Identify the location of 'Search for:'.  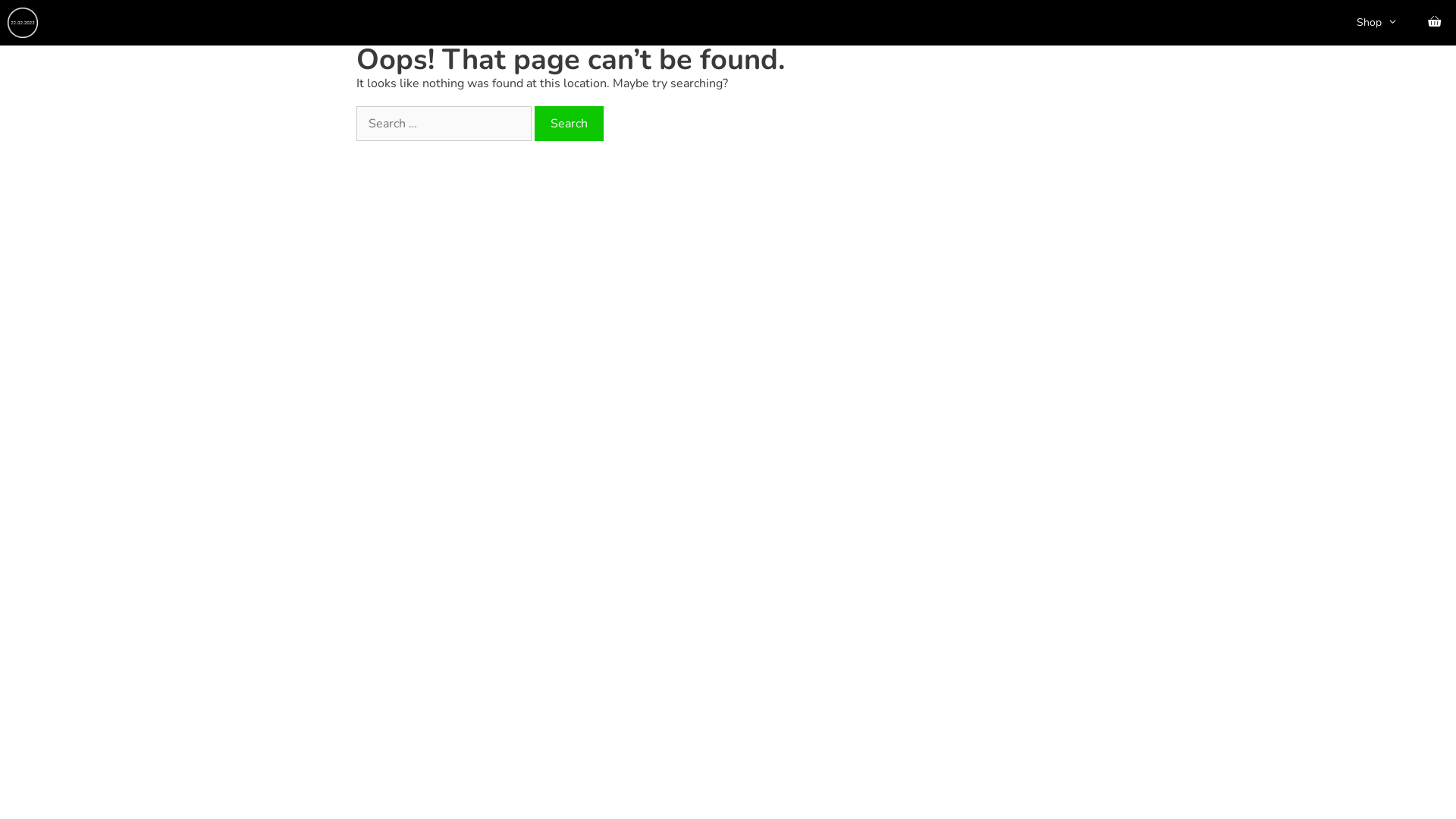
(443, 122).